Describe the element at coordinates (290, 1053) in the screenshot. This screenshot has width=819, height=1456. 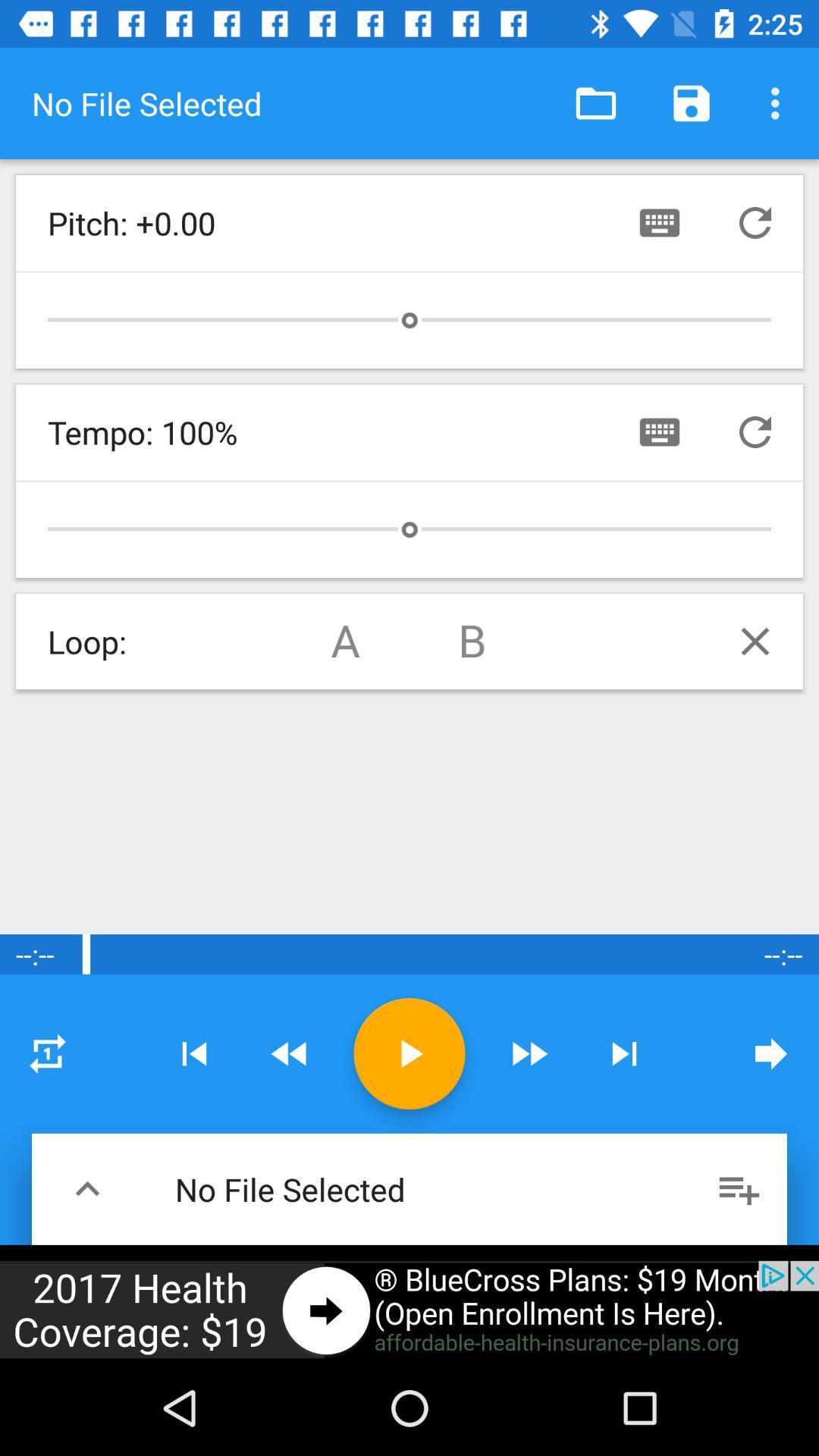
I see `the av_rewind icon` at that location.